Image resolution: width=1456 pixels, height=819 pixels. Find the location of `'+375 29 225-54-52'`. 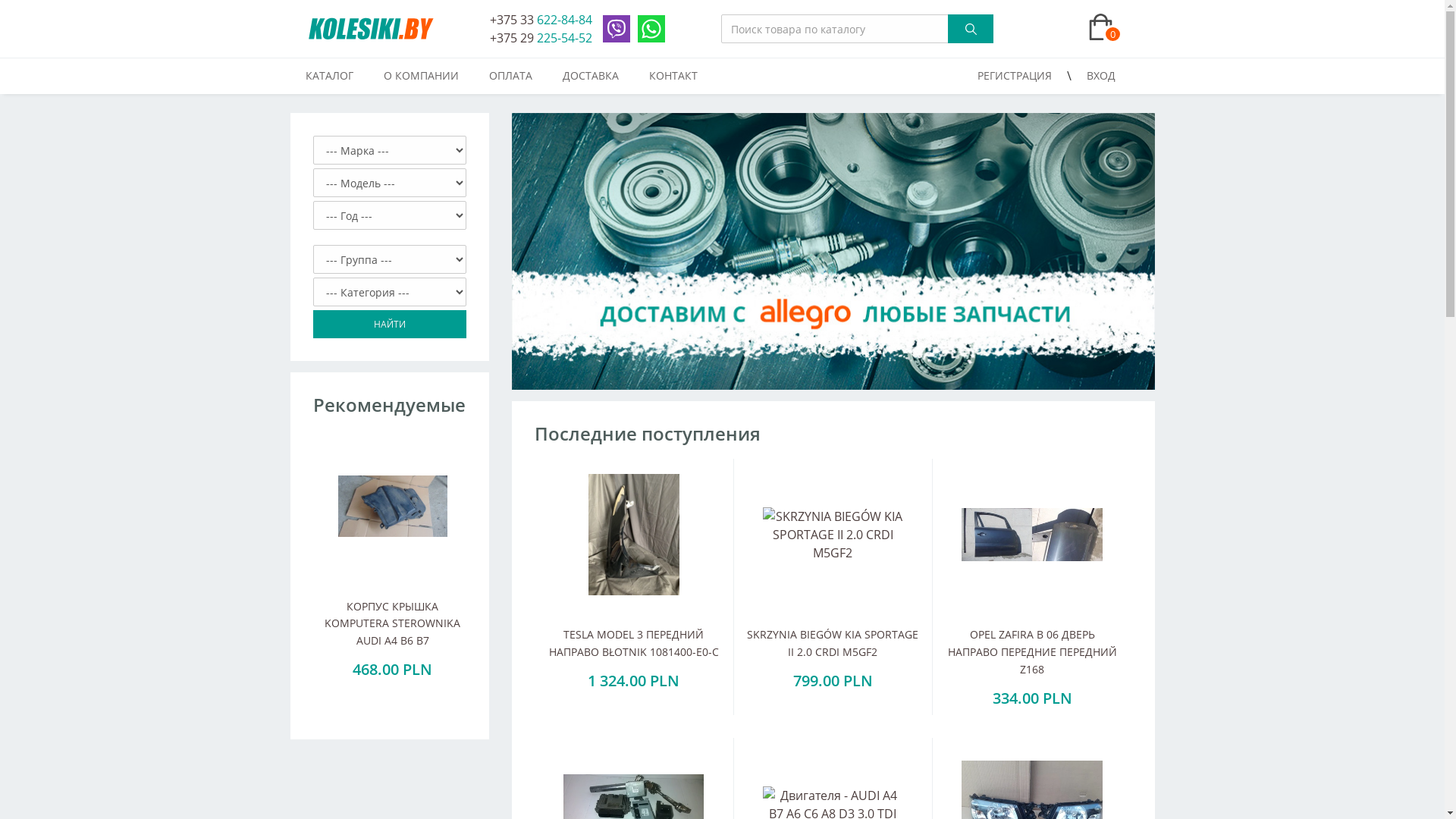

'+375 29 225-54-52' is located at coordinates (541, 37).